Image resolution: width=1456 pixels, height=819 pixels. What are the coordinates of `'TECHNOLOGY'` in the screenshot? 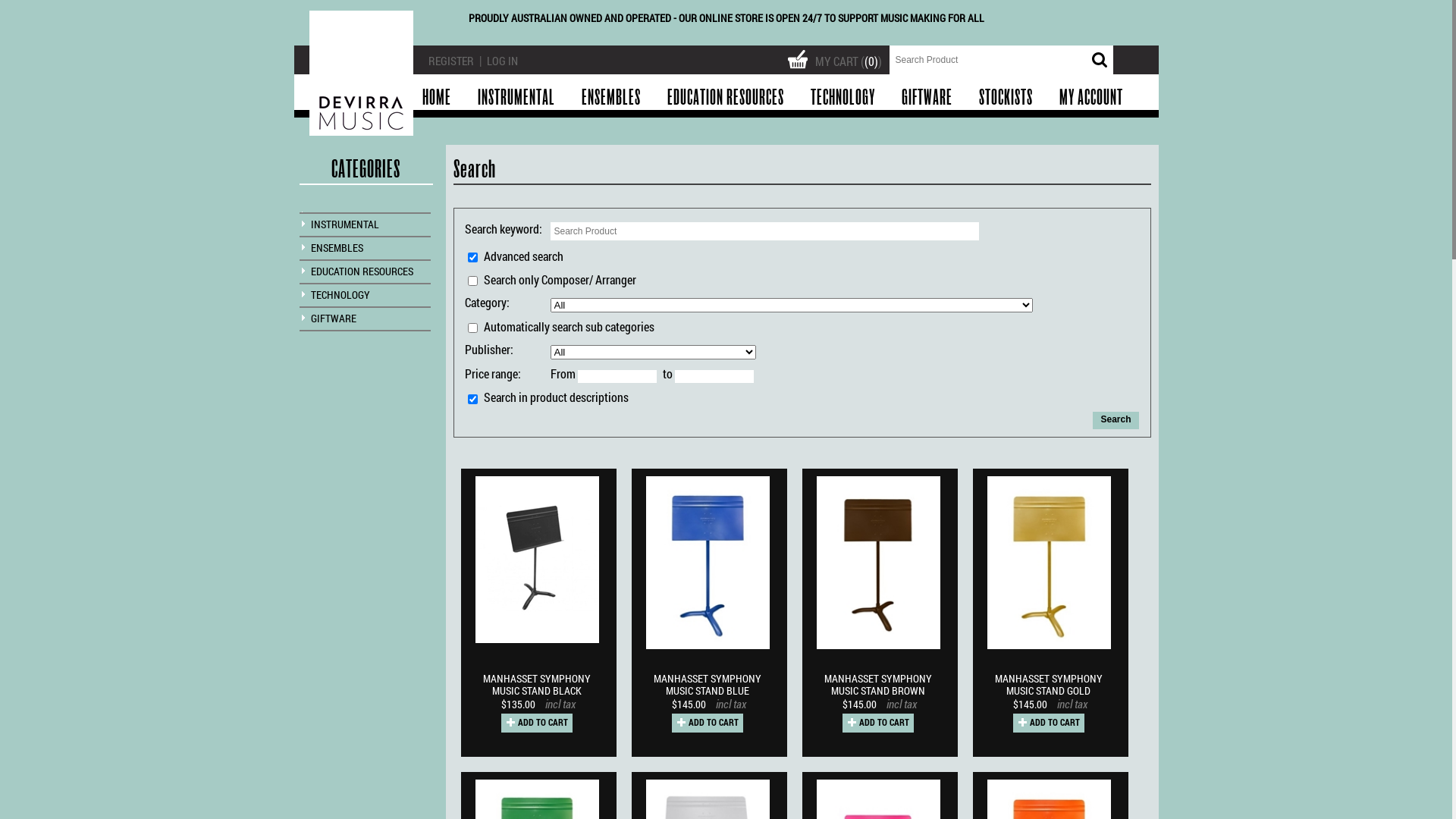 It's located at (841, 97).